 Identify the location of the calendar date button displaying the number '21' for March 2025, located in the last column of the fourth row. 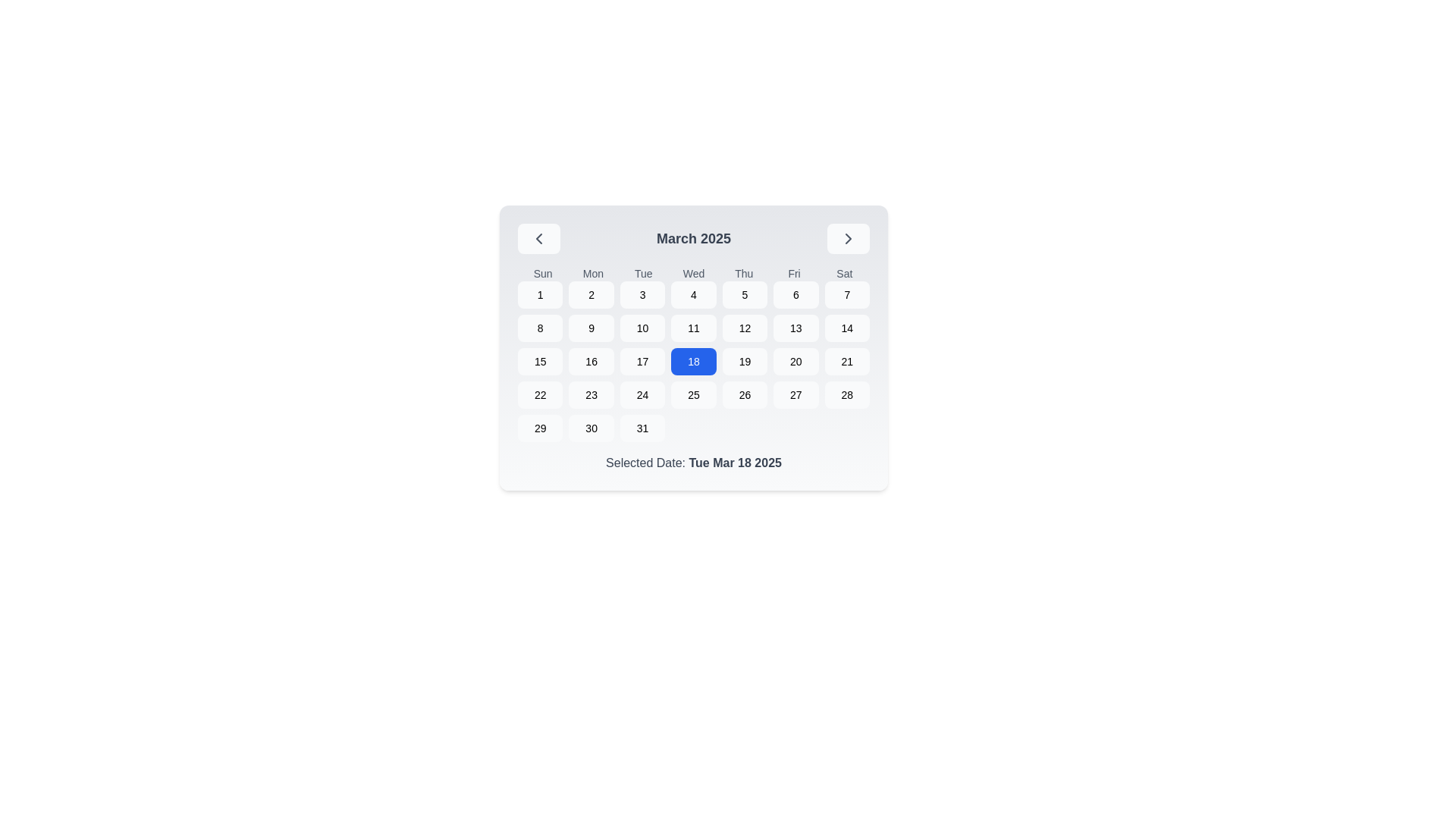
(846, 362).